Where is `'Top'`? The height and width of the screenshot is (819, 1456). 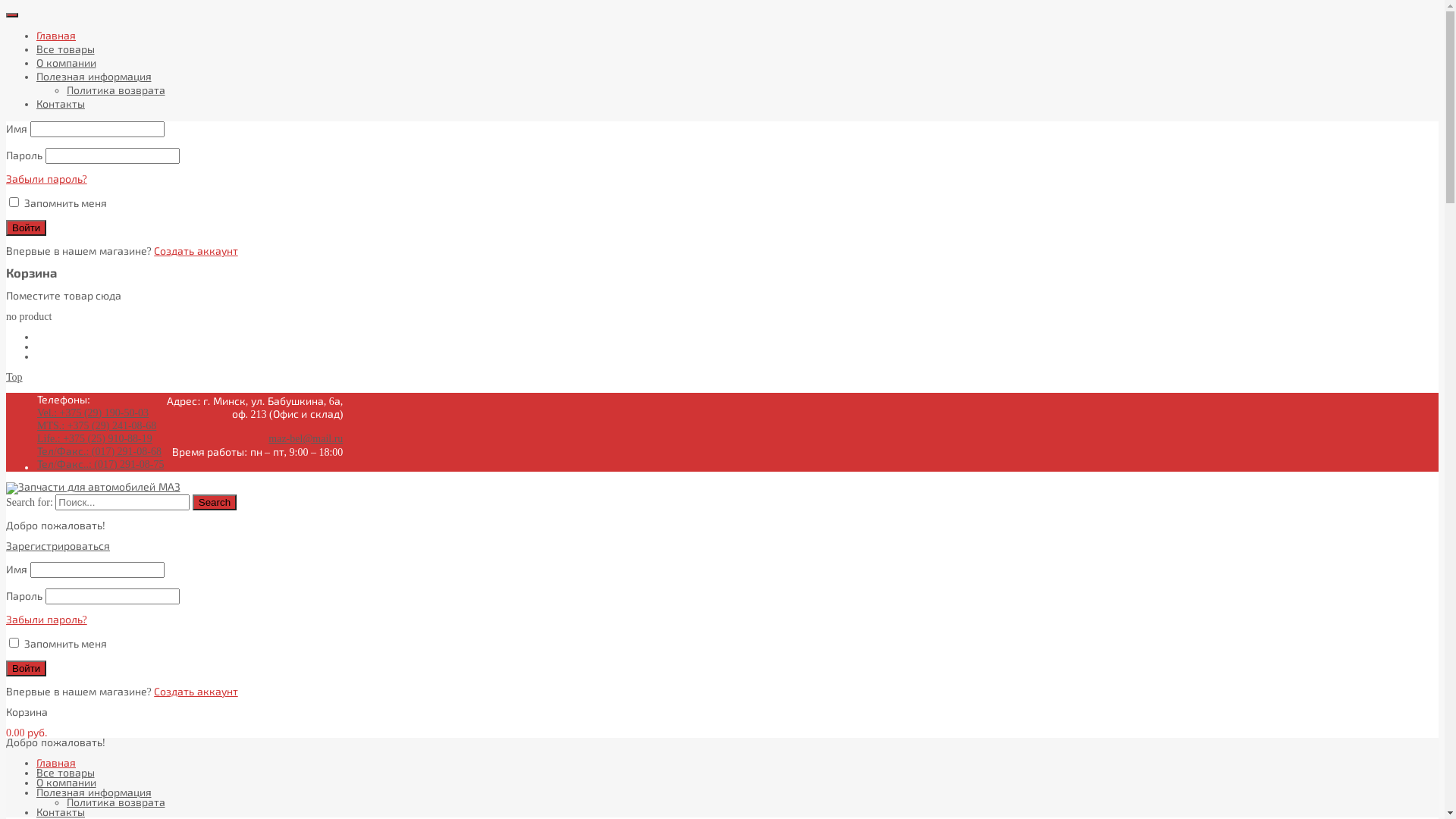
'Top' is located at coordinates (14, 376).